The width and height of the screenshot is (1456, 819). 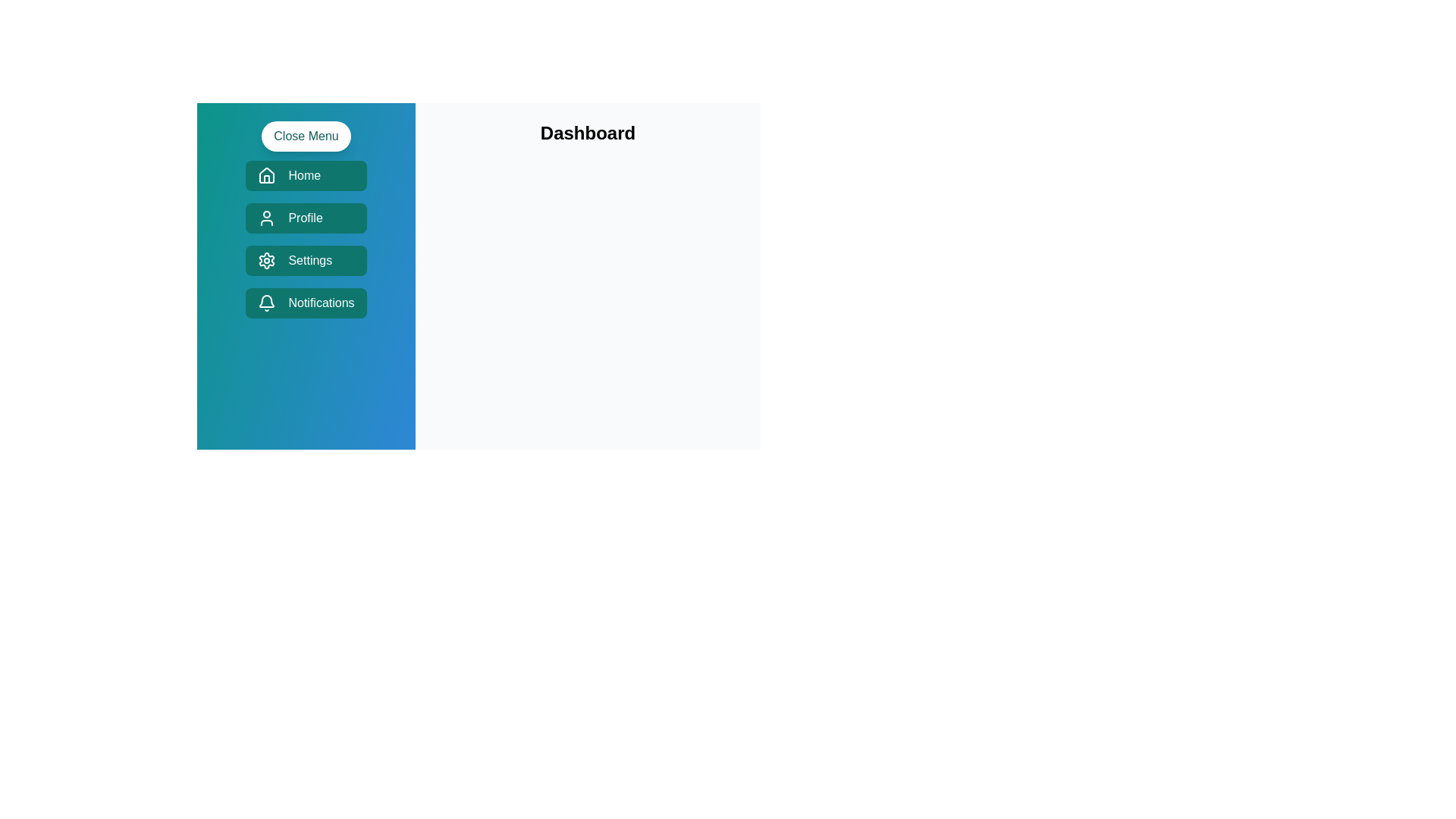 What do you see at coordinates (305, 136) in the screenshot?
I see `the 'Close Menu' button, which is a horizontally elongated button with a white background and teal text, located at the top of the sidebar menu` at bounding box center [305, 136].